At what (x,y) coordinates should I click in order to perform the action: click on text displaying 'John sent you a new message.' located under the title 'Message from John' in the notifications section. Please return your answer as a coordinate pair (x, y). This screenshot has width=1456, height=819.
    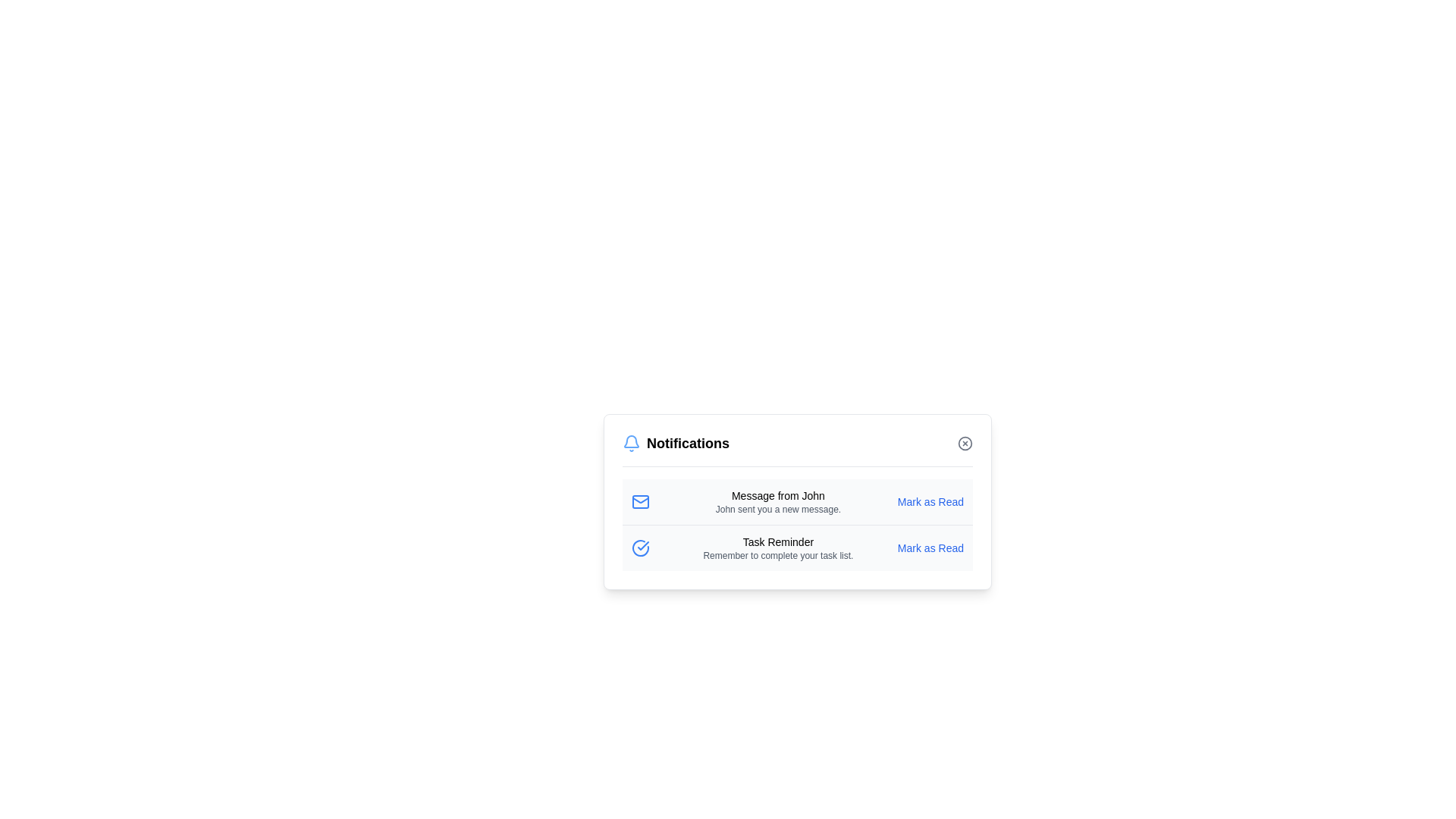
    Looking at the image, I should click on (778, 509).